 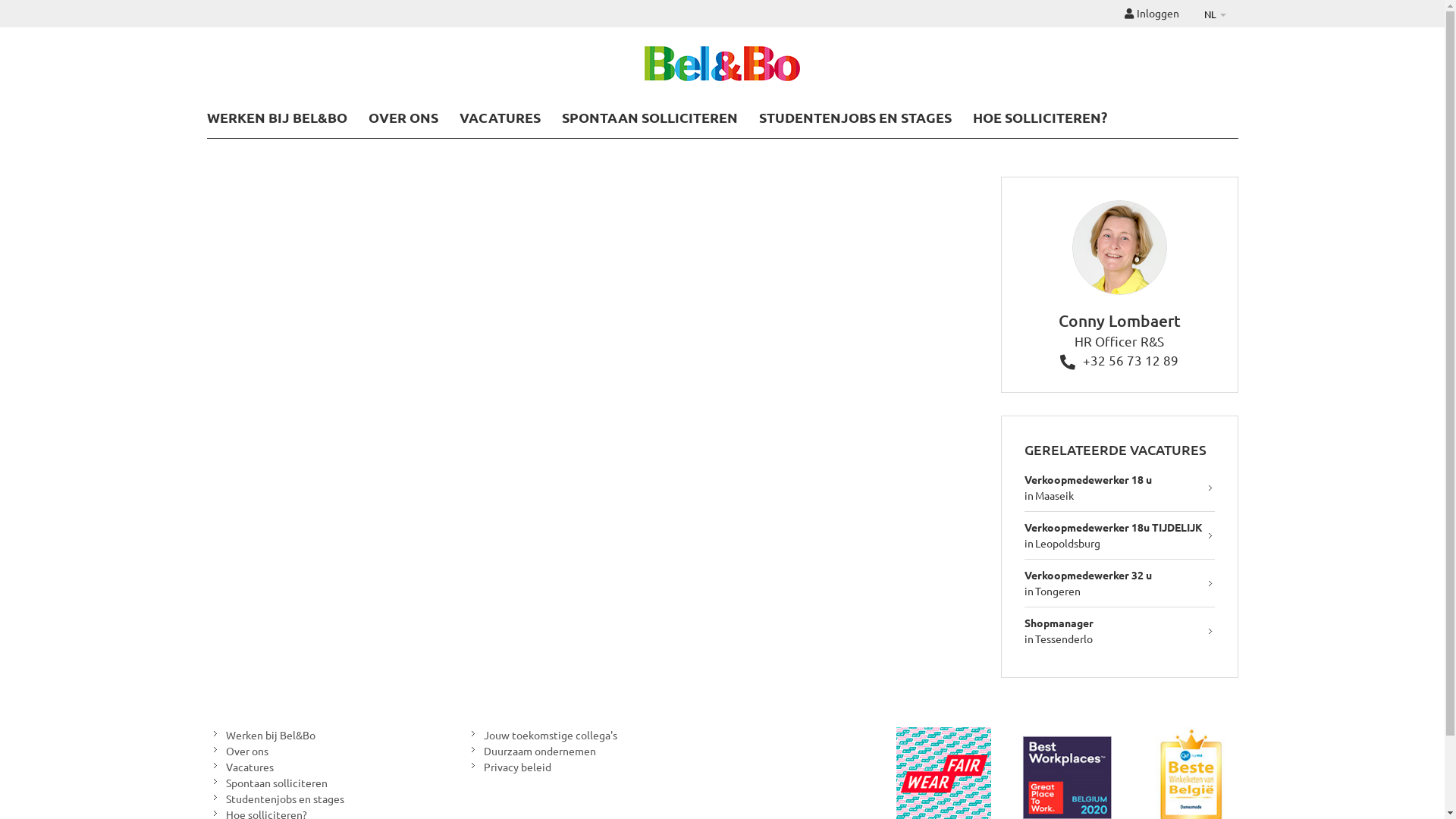 I want to click on 'Verkoopmedewerker 18u TIJDELIJK', so click(x=1024, y=526).